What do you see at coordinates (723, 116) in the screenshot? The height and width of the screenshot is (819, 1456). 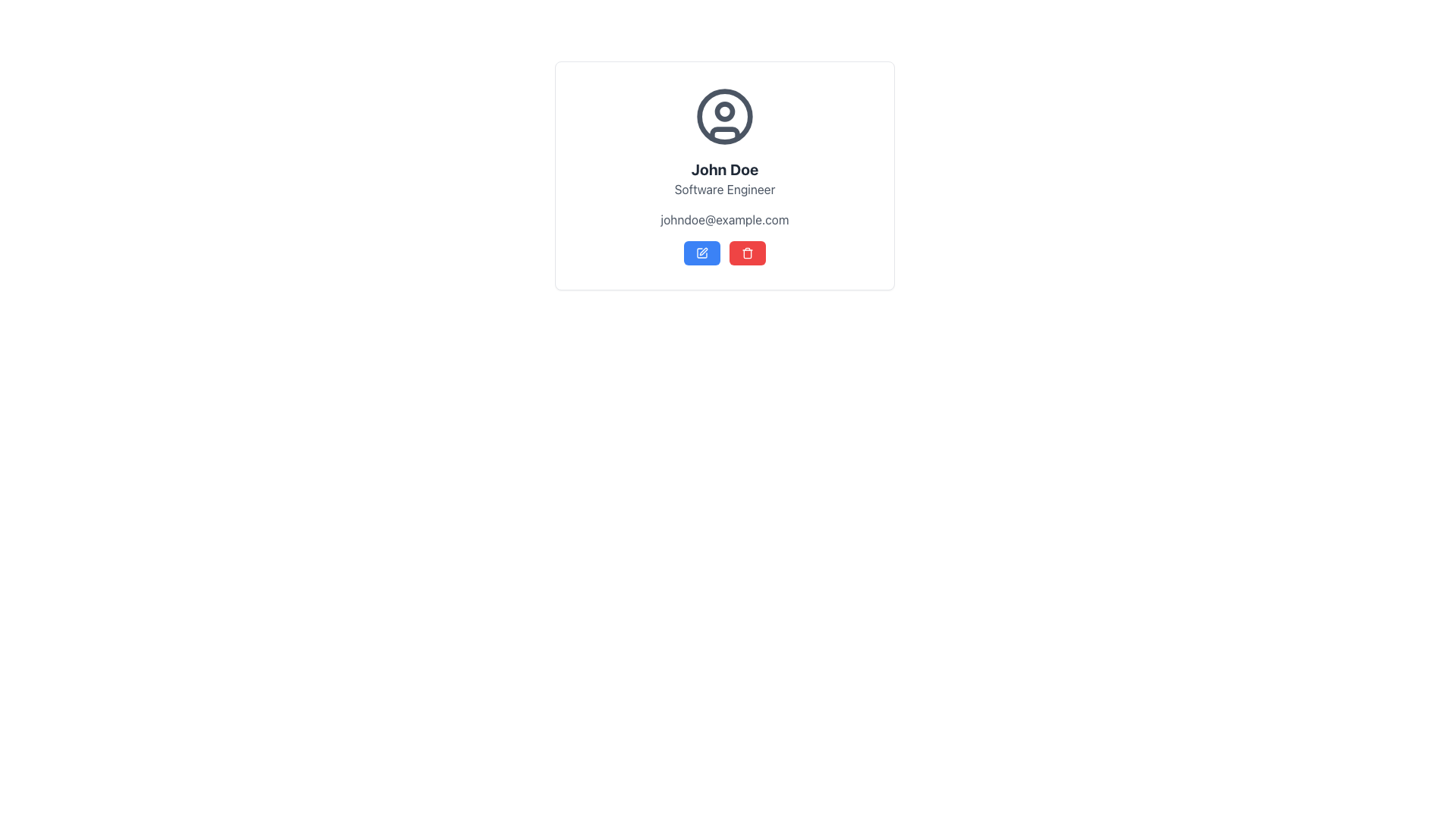 I see `the SVG Circle which is the innermost element of a user icon, featuring a white center and dark gray border, located at the top of a user profile card` at bounding box center [723, 116].